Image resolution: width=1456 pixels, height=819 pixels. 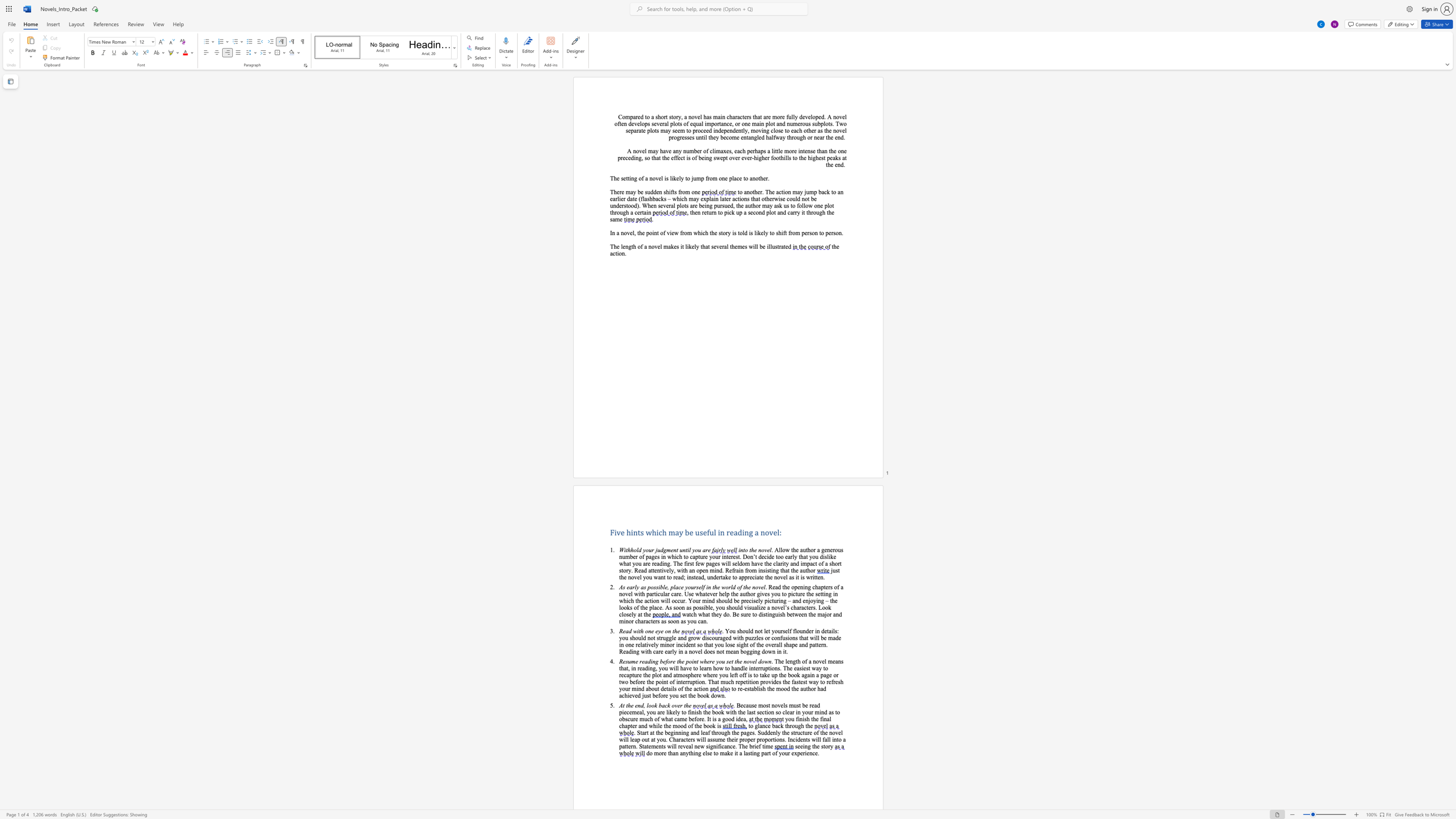 What do you see at coordinates (811, 739) in the screenshot?
I see `the subset text "will fall into a pattern. Statements will reveal new significance. The" within the text ". Start at the beginning and leaf through the pages. Suddenly the structure of the novel will leap out at you. Characters will assume their proper proportions. Incidents will fall into a pattern. Statements will reveal new significance. The brief time"` at bounding box center [811, 739].